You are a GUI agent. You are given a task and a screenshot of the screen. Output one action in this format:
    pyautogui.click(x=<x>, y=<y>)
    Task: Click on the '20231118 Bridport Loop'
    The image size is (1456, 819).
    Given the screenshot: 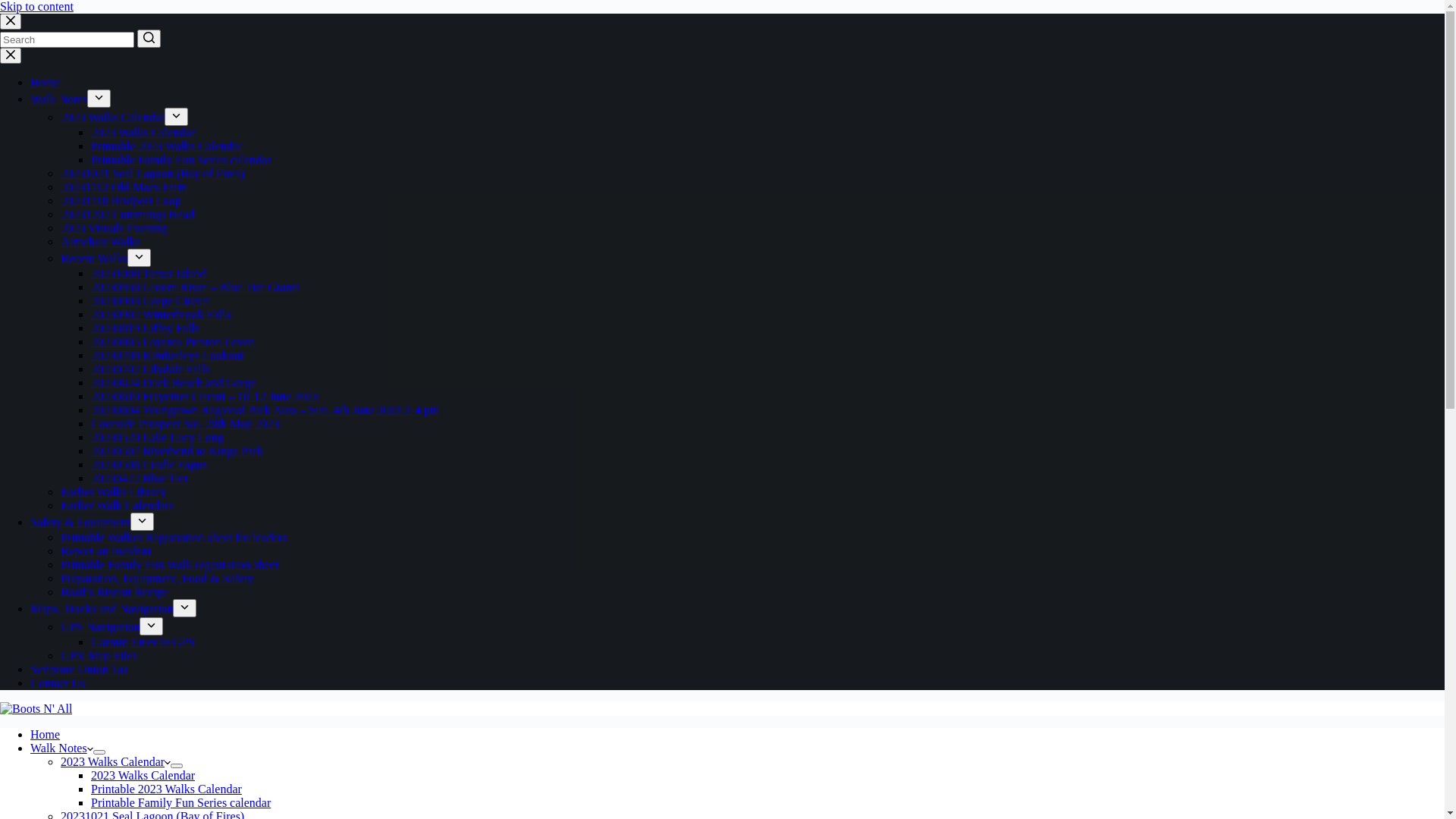 What is the action you would take?
    pyautogui.click(x=120, y=199)
    